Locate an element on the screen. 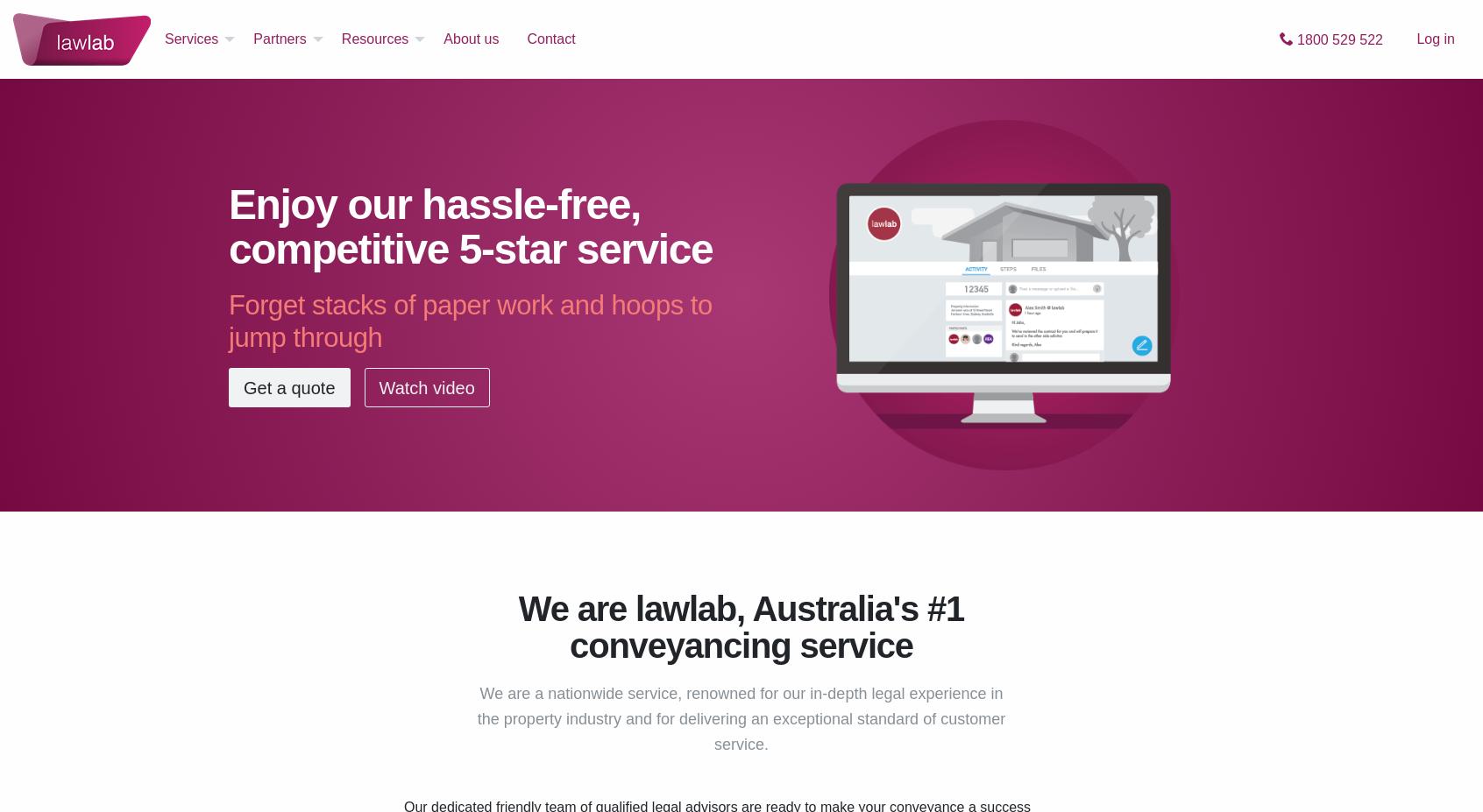 Image resolution: width=1483 pixels, height=812 pixels. 'Get a quote' is located at coordinates (287, 385).